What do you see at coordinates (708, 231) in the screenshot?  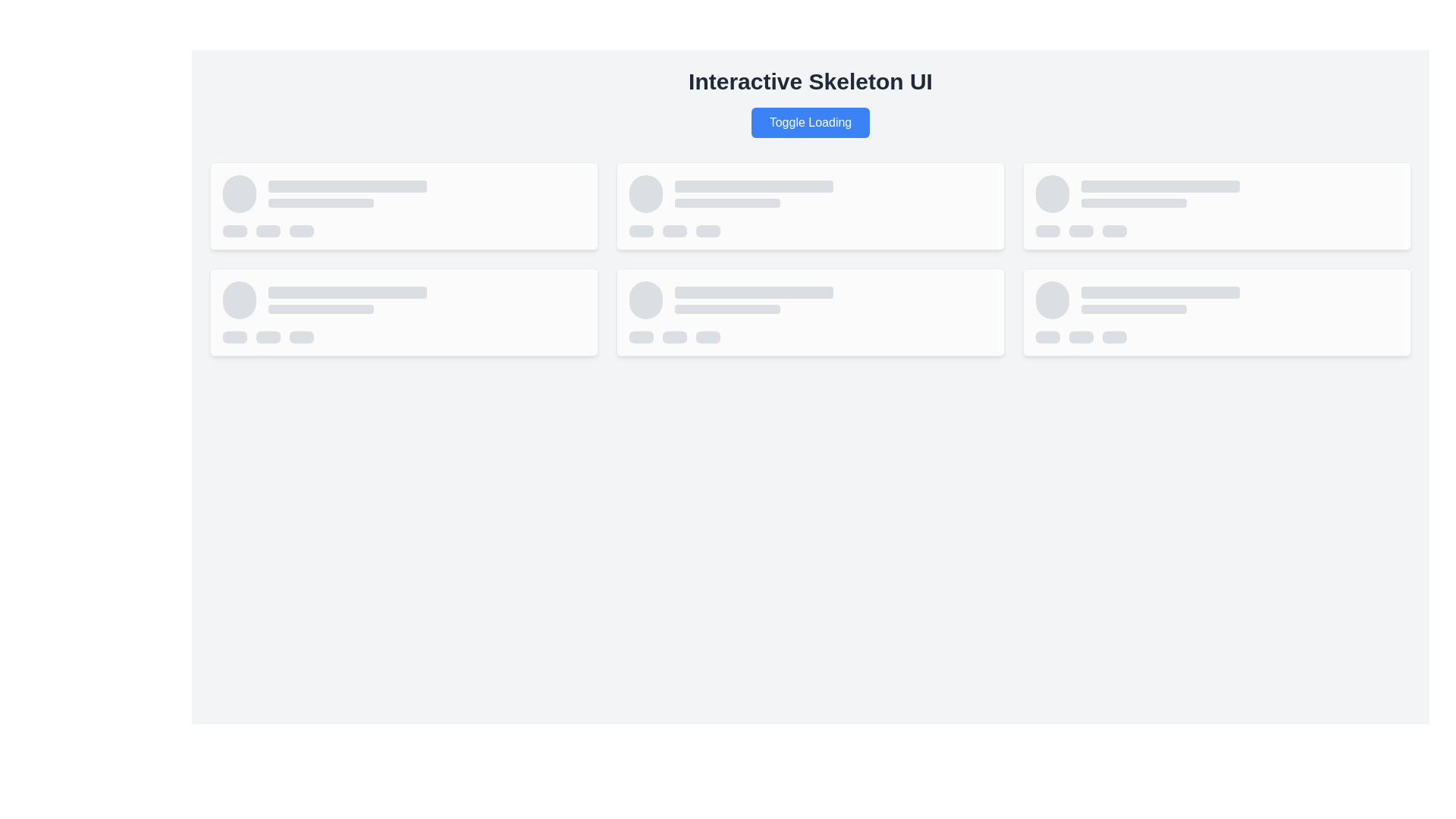 I see `the third button in a horizontal row of three similar buttons, which is currently disabled and serves as a non-interactive placeholder within a white card layout` at bounding box center [708, 231].